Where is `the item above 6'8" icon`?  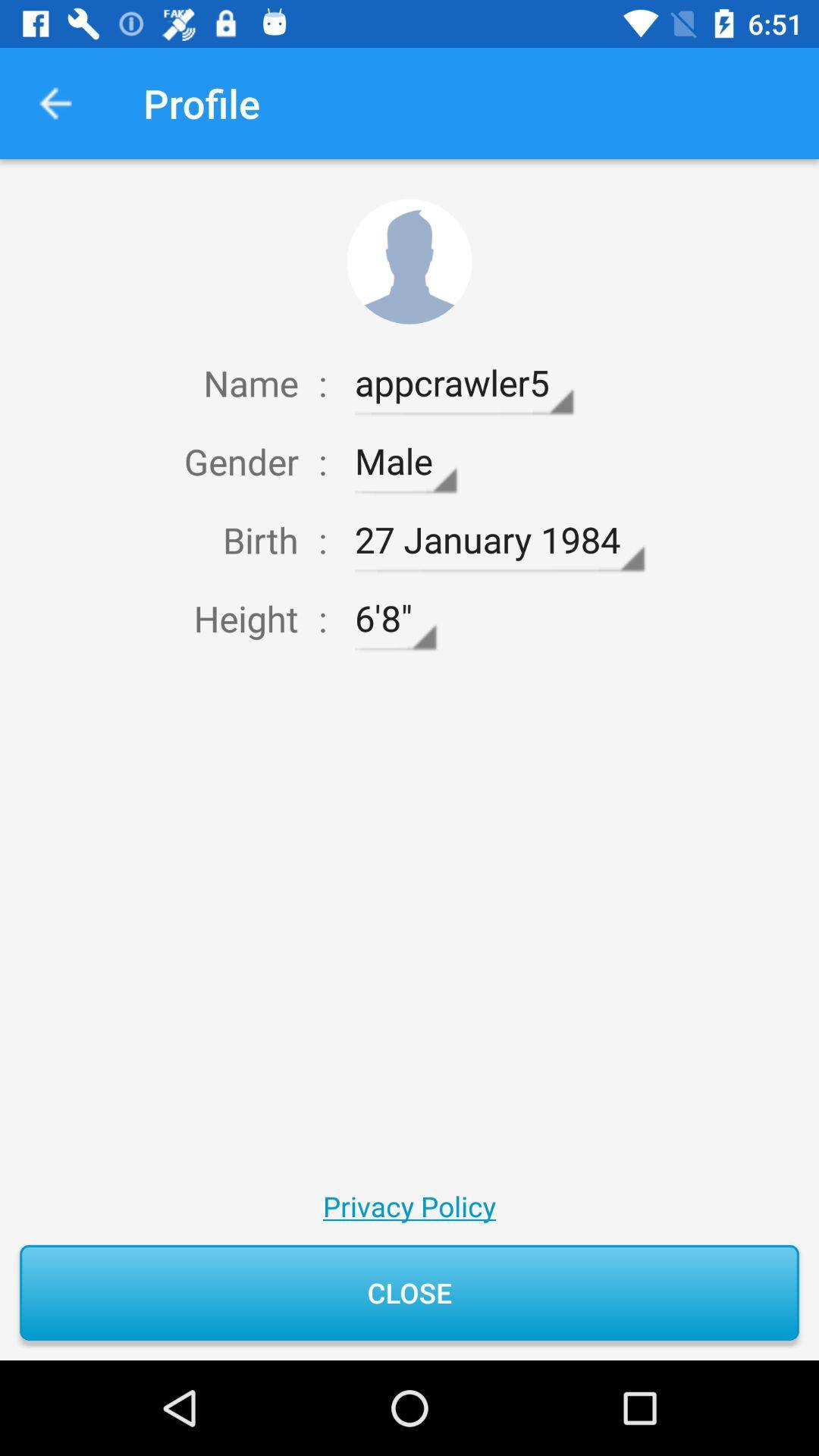
the item above 6'8" icon is located at coordinates (499, 540).